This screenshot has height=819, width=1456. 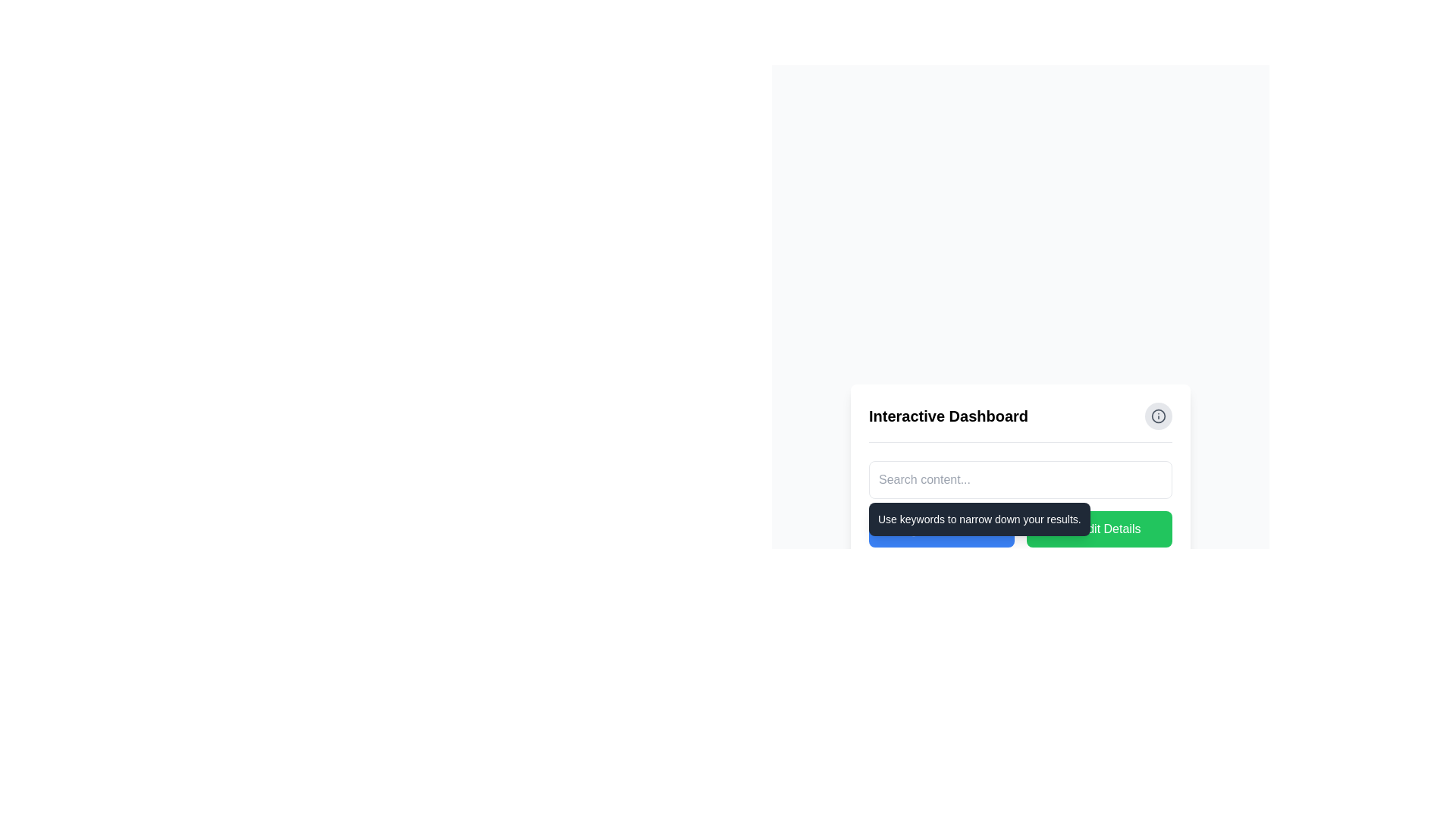 What do you see at coordinates (1157, 416) in the screenshot?
I see `the information button located on the right side of the header bar for the 'Interactive Dashboard' section` at bounding box center [1157, 416].